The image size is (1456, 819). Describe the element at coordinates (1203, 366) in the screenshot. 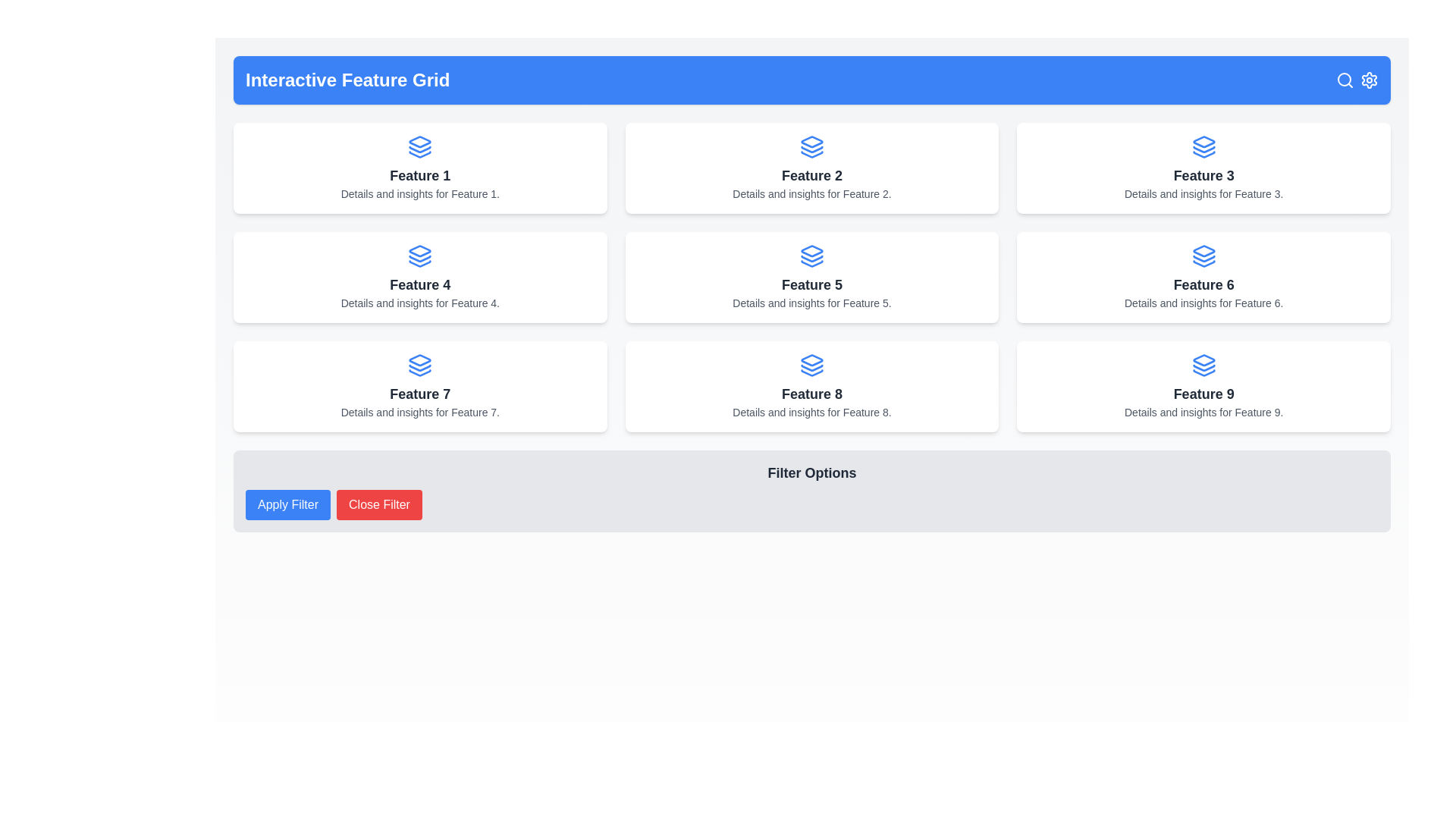

I see `the icon representing 'Feature 9' located at the top-center of the card in the bottom-right corner of the 3x3 grid layout` at that location.